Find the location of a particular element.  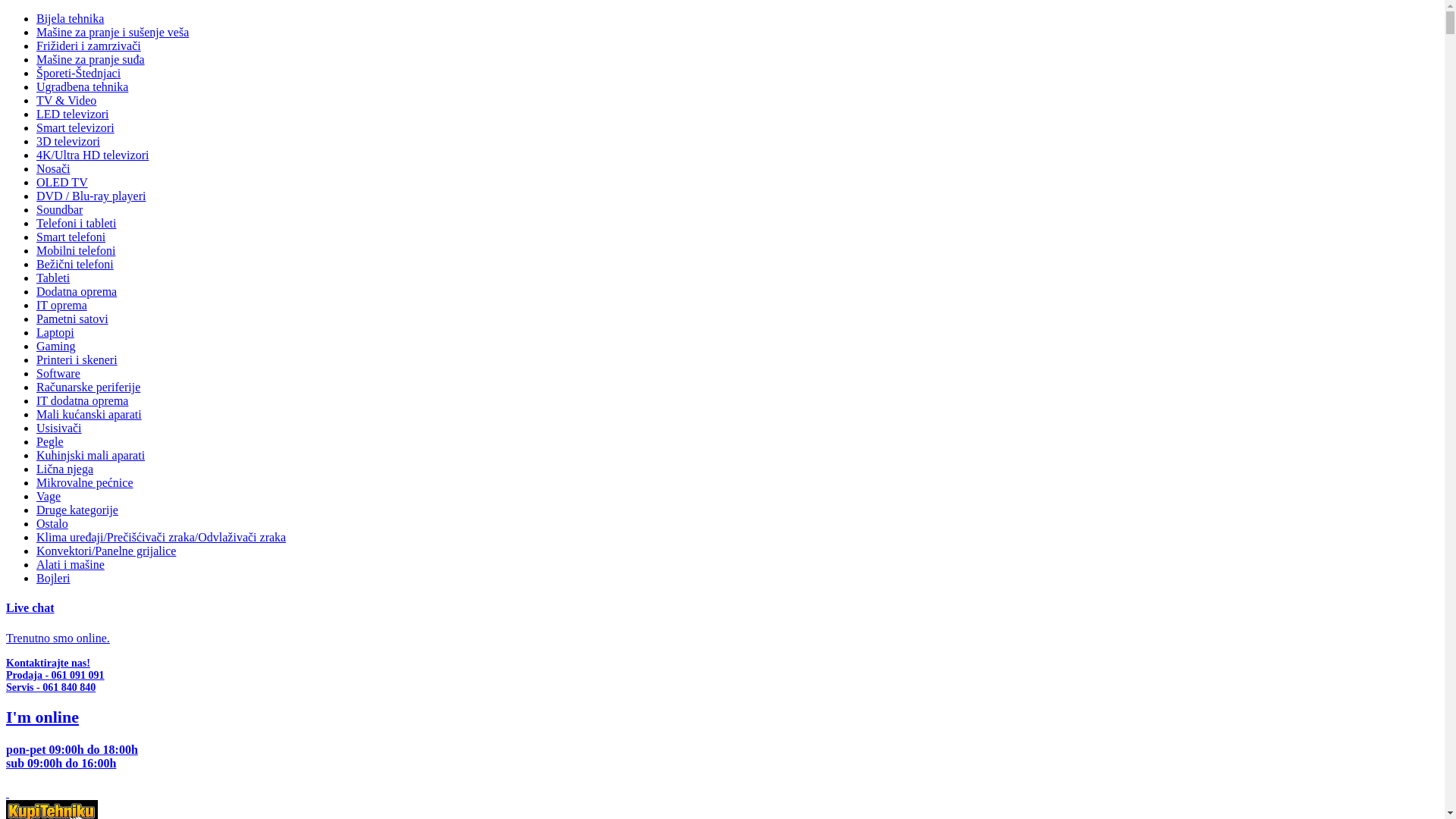

'Telefoni i tableti' is located at coordinates (75, 223).